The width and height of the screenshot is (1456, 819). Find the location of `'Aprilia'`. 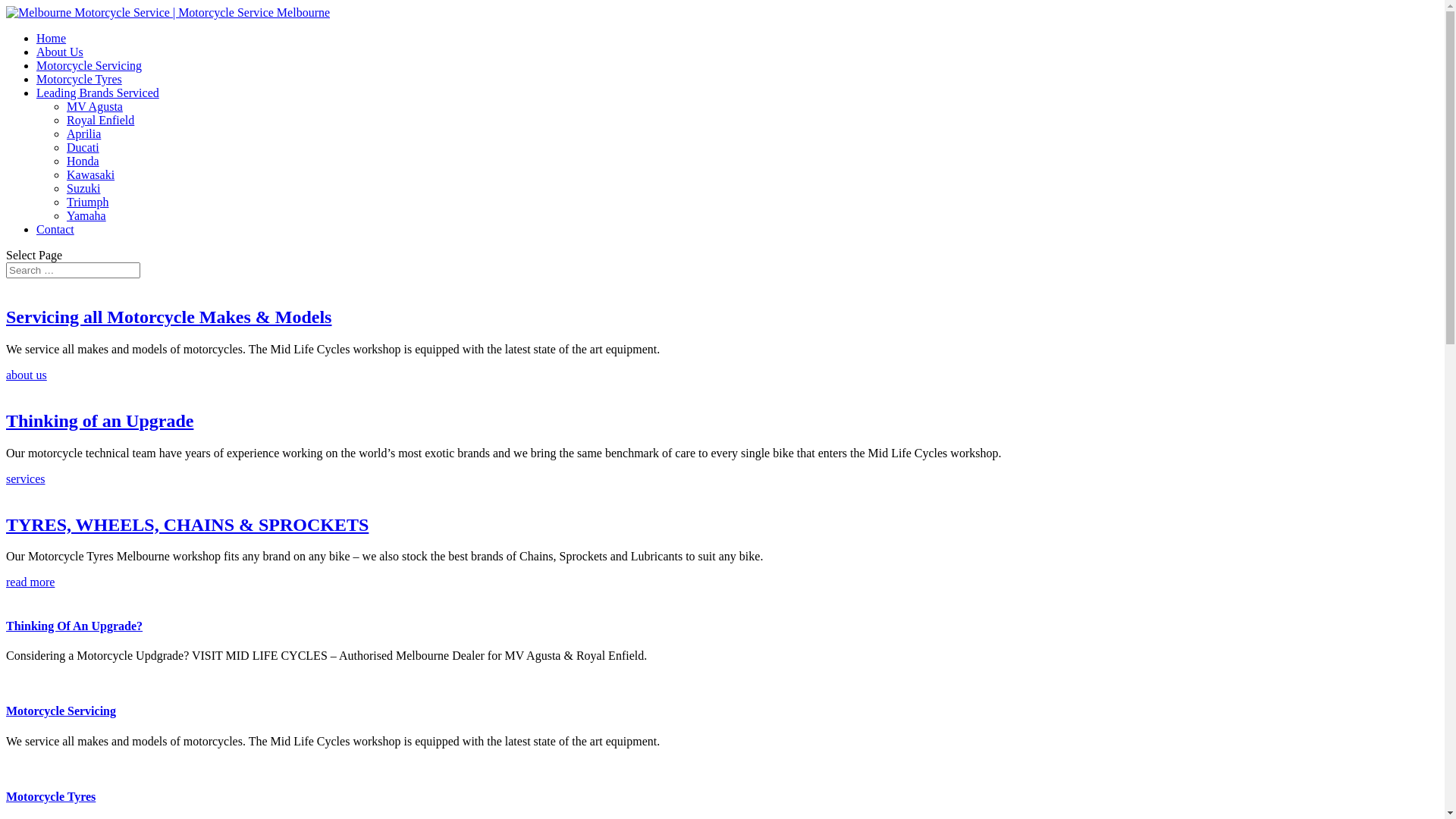

'Aprilia' is located at coordinates (83, 133).